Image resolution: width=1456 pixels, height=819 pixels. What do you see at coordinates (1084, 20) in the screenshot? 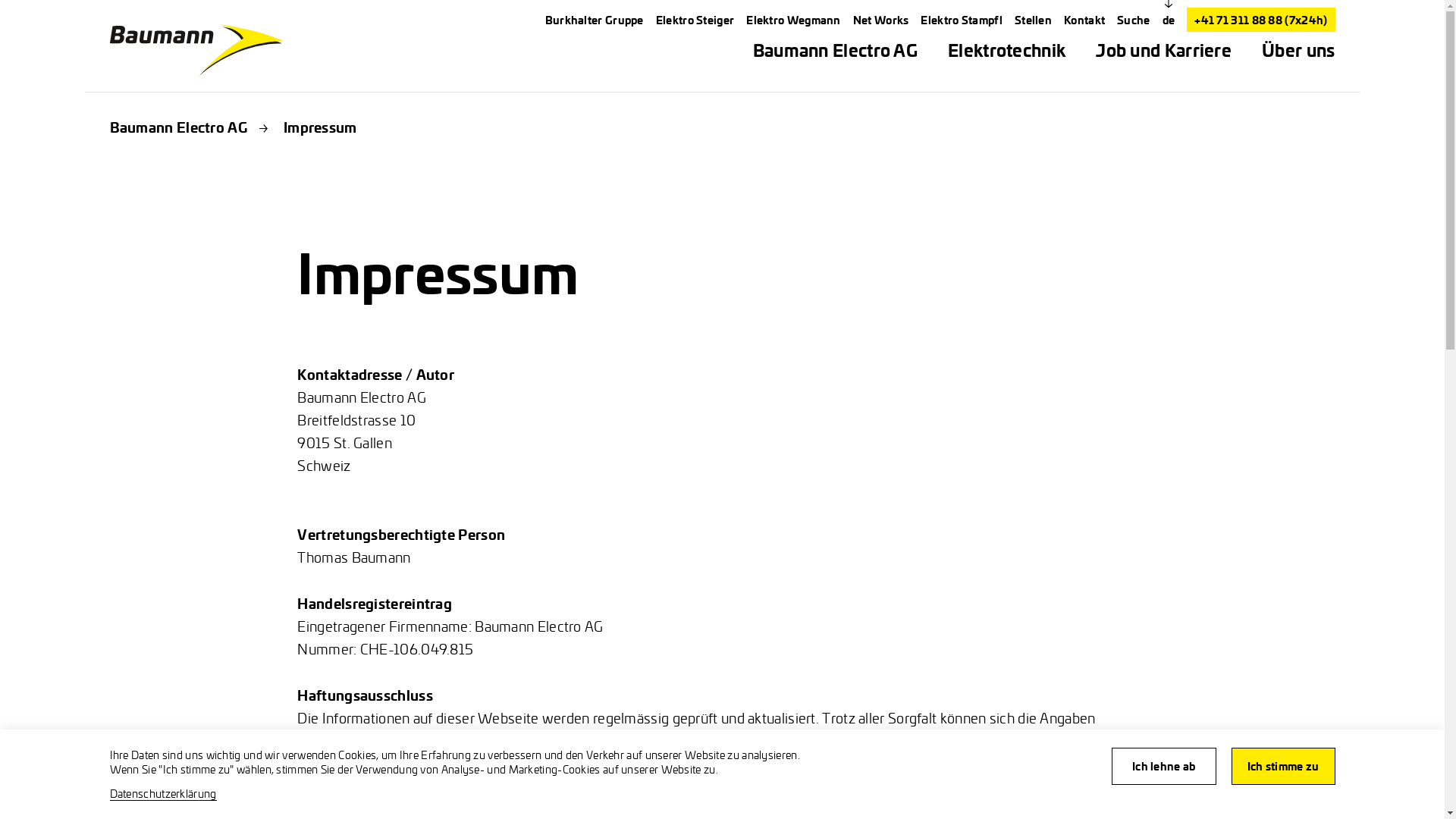
I see `'Kontakt'` at bounding box center [1084, 20].